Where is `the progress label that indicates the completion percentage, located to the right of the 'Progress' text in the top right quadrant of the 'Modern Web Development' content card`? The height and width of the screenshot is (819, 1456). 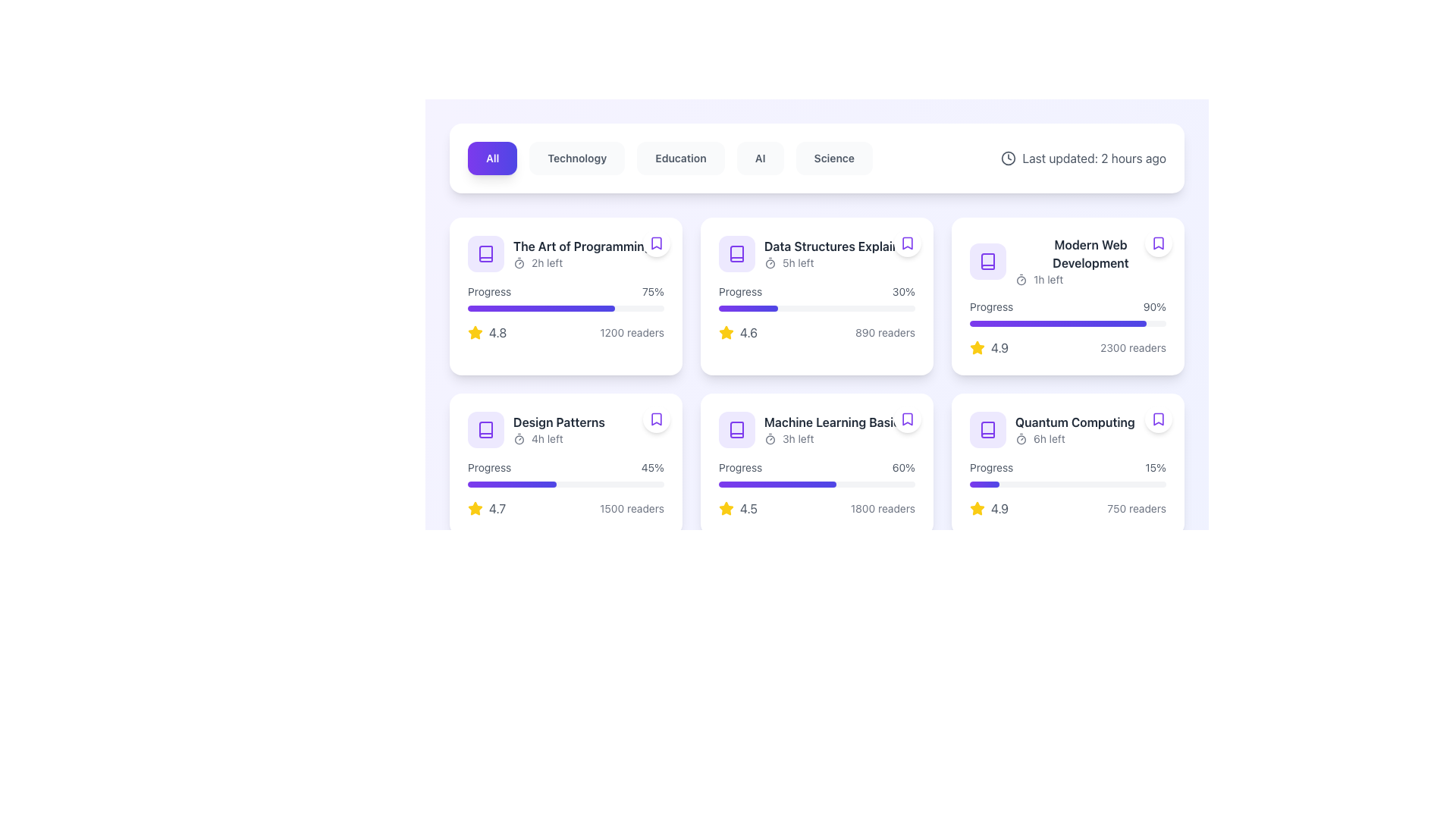
the progress label that indicates the completion percentage, located to the right of the 'Progress' text in the top right quadrant of the 'Modern Web Development' content card is located at coordinates (1153, 307).